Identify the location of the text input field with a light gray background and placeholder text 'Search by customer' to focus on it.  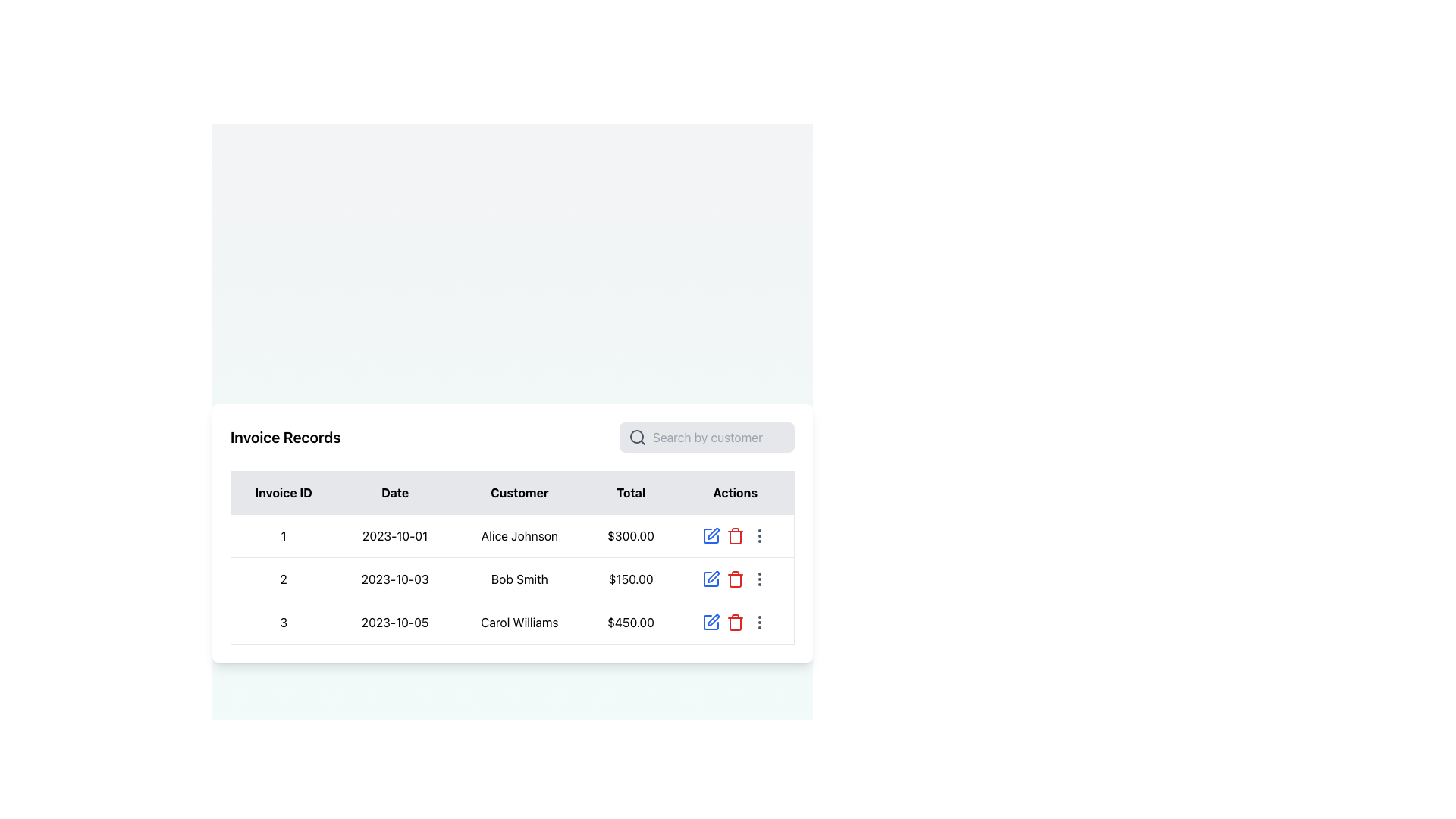
(706, 437).